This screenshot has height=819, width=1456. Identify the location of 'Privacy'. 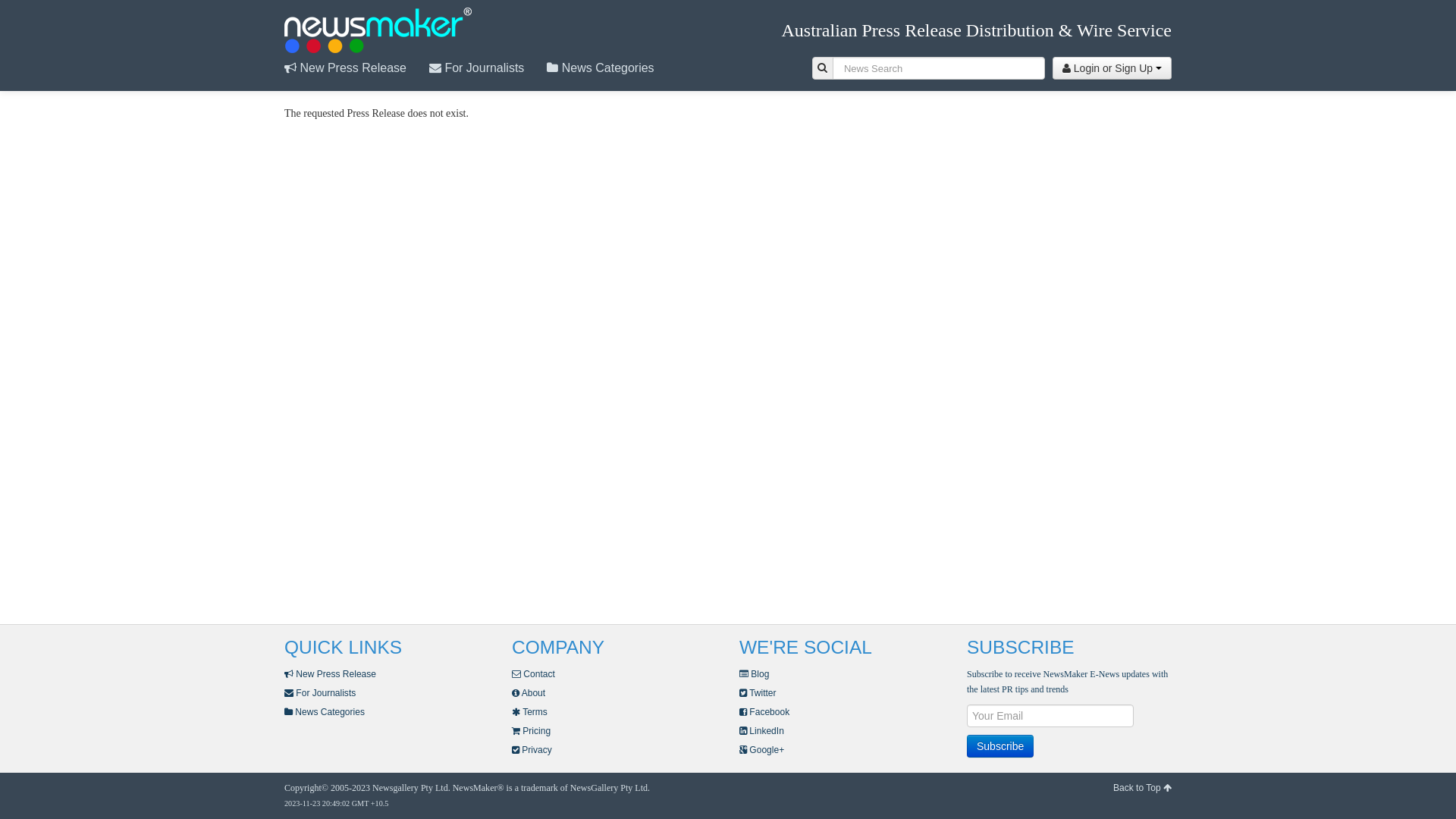
(512, 748).